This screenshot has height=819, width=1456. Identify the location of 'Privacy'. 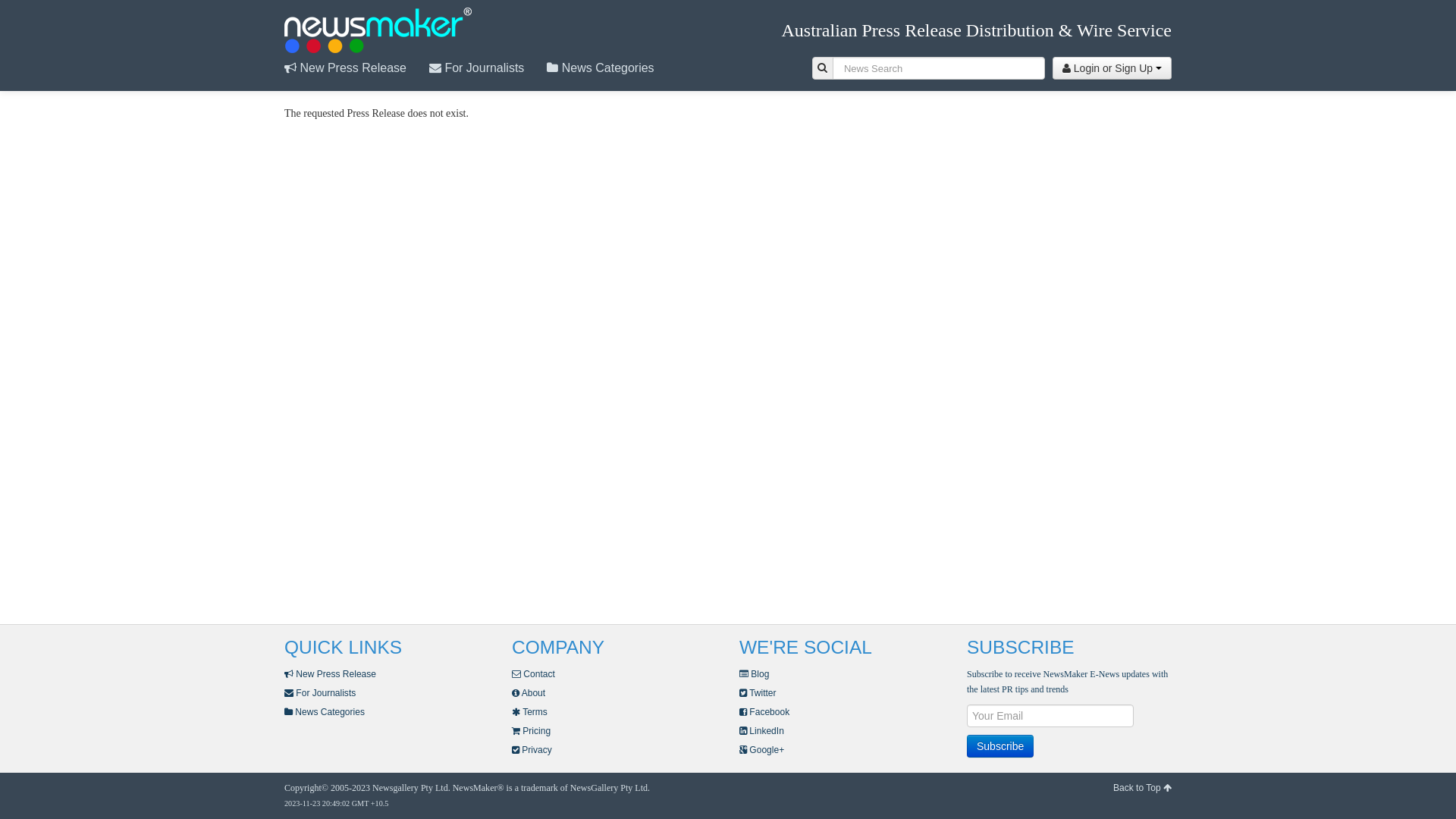
(512, 748).